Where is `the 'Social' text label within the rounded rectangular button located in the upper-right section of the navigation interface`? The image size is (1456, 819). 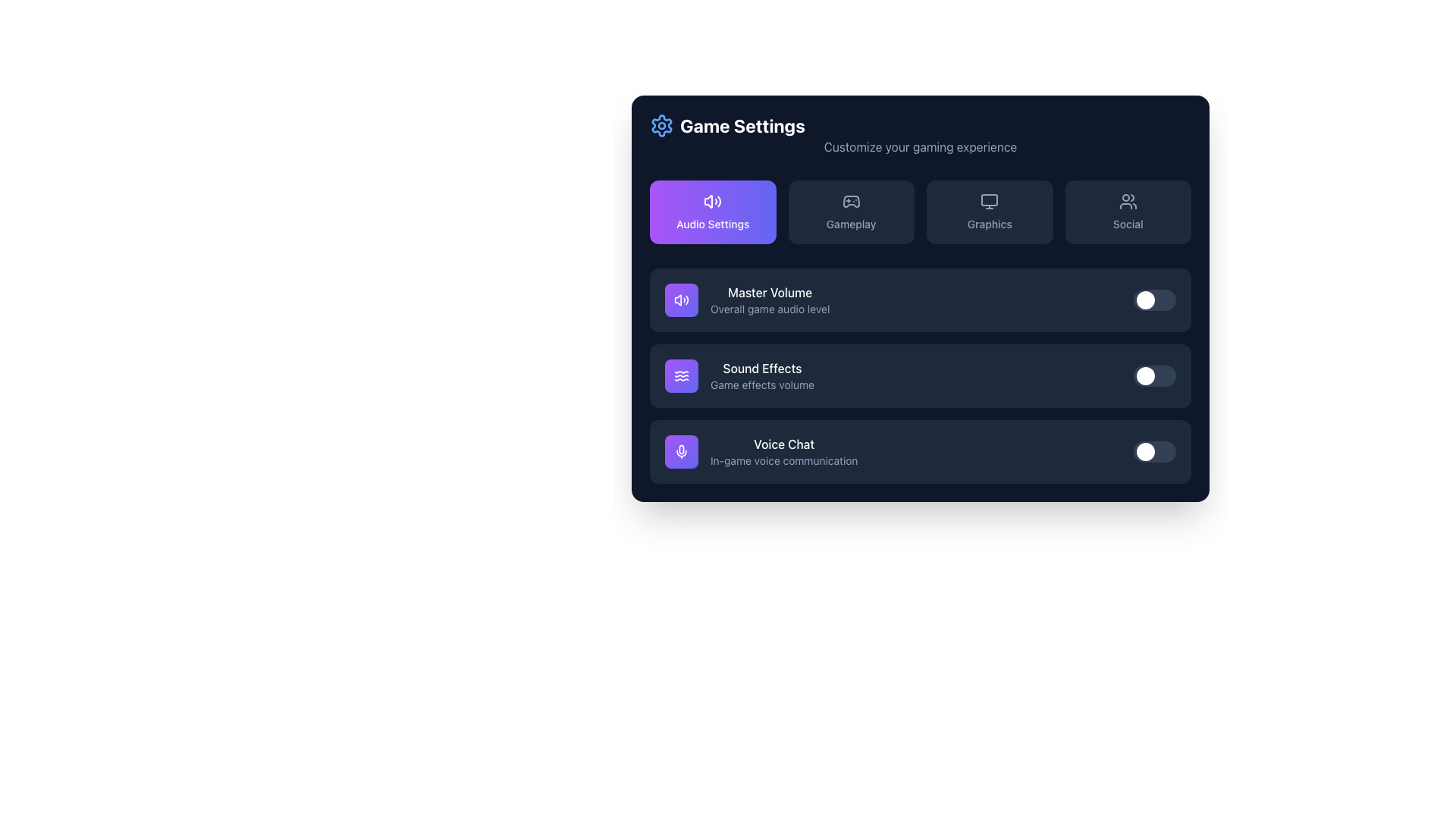
the 'Social' text label within the rounded rectangular button located in the upper-right section of the navigation interface is located at coordinates (1128, 224).